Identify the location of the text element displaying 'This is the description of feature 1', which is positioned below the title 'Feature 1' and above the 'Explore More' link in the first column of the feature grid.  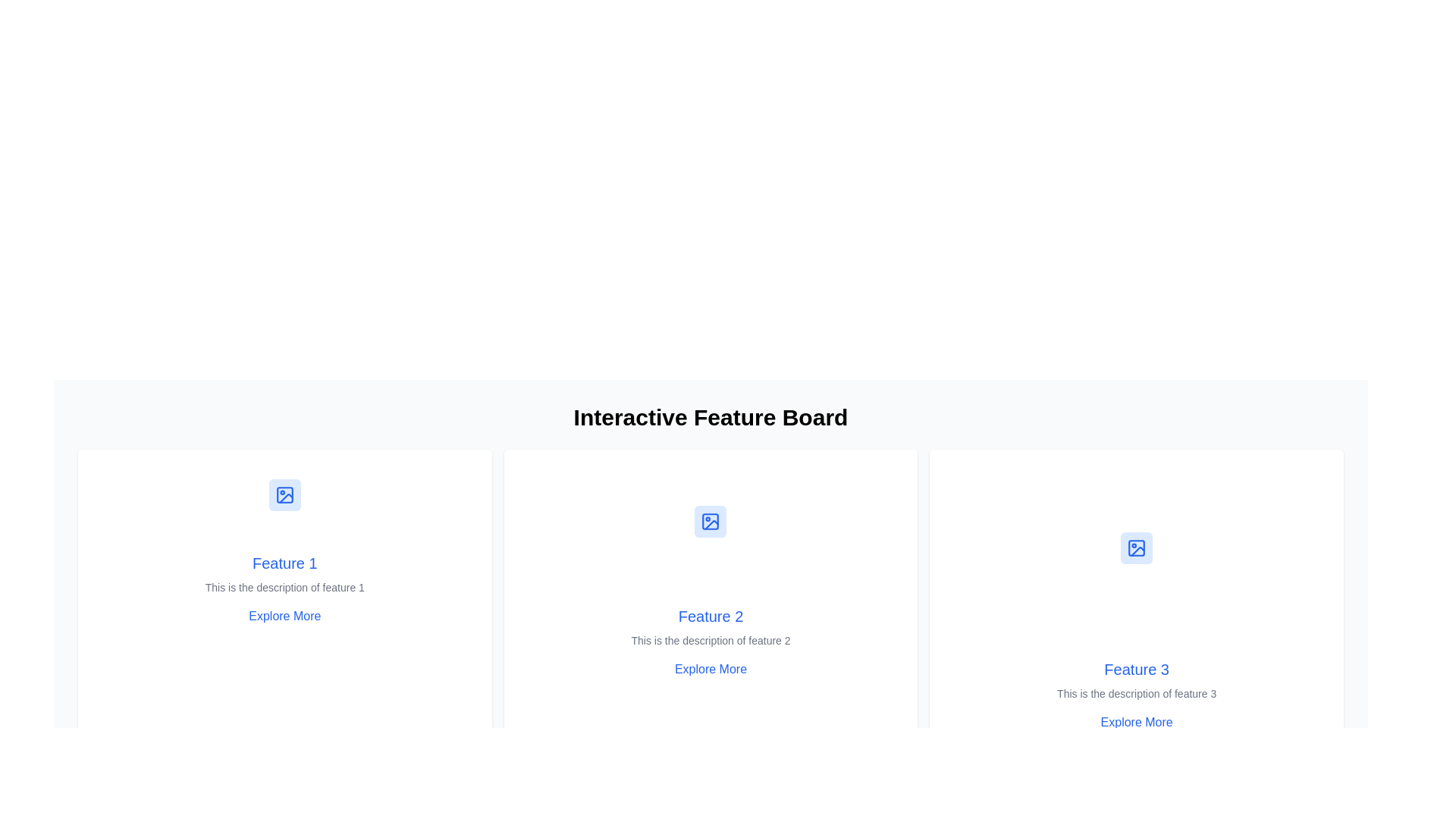
(284, 587).